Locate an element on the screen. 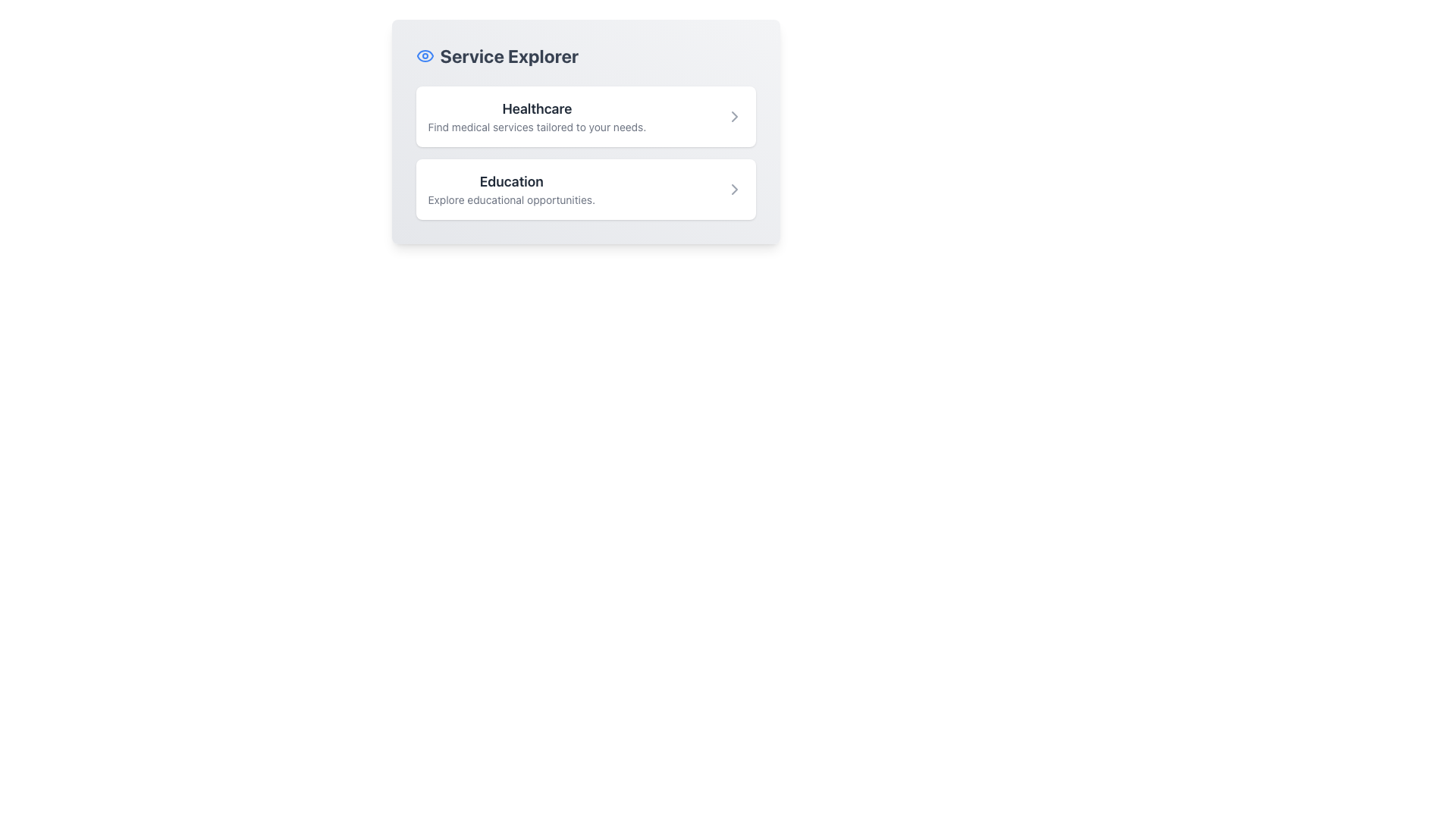 Image resolution: width=1456 pixels, height=819 pixels. the 'Education' text label, which is a prominent textual label styled in dark gray, located below the 'Healthcare' row in the second section of options is located at coordinates (511, 180).